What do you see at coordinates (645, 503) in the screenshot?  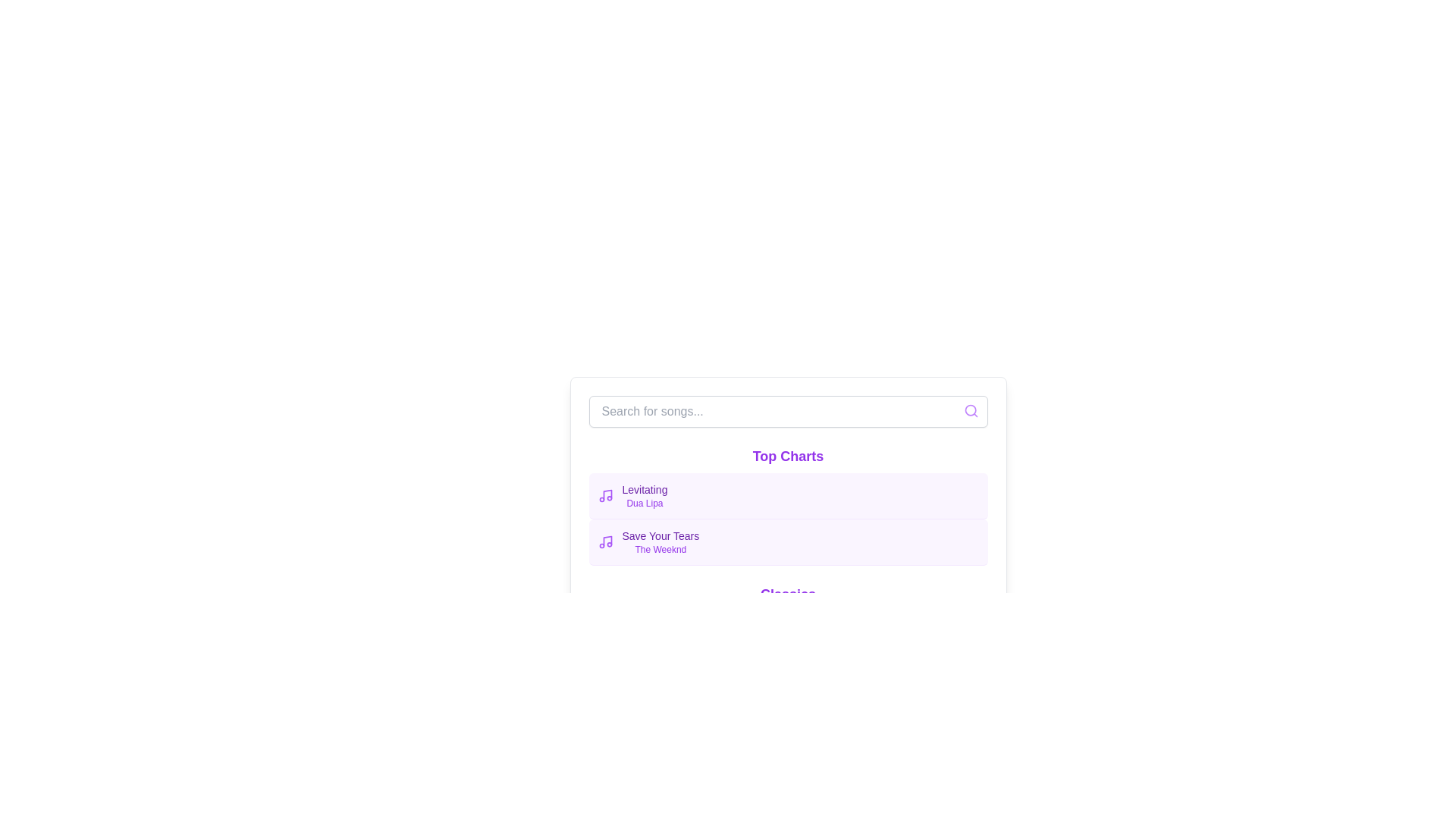 I see `the label displaying the artist name 'Dua Lipa' in purple color, located beneath 'Levitating' in the 'Top Charts' list` at bounding box center [645, 503].